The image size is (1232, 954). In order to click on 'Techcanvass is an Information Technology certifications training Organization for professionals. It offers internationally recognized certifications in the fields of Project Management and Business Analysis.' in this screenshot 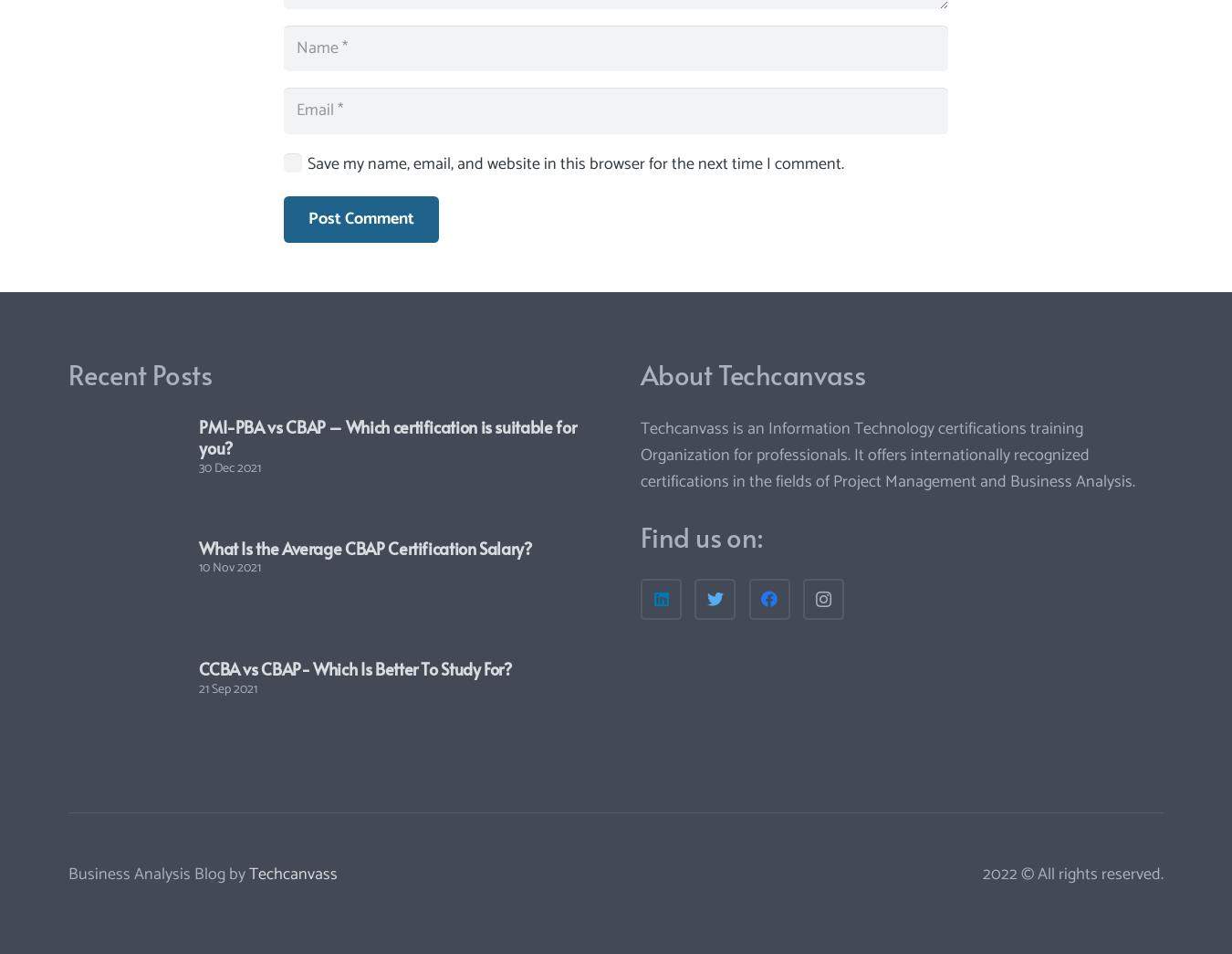, I will do `click(640, 454)`.